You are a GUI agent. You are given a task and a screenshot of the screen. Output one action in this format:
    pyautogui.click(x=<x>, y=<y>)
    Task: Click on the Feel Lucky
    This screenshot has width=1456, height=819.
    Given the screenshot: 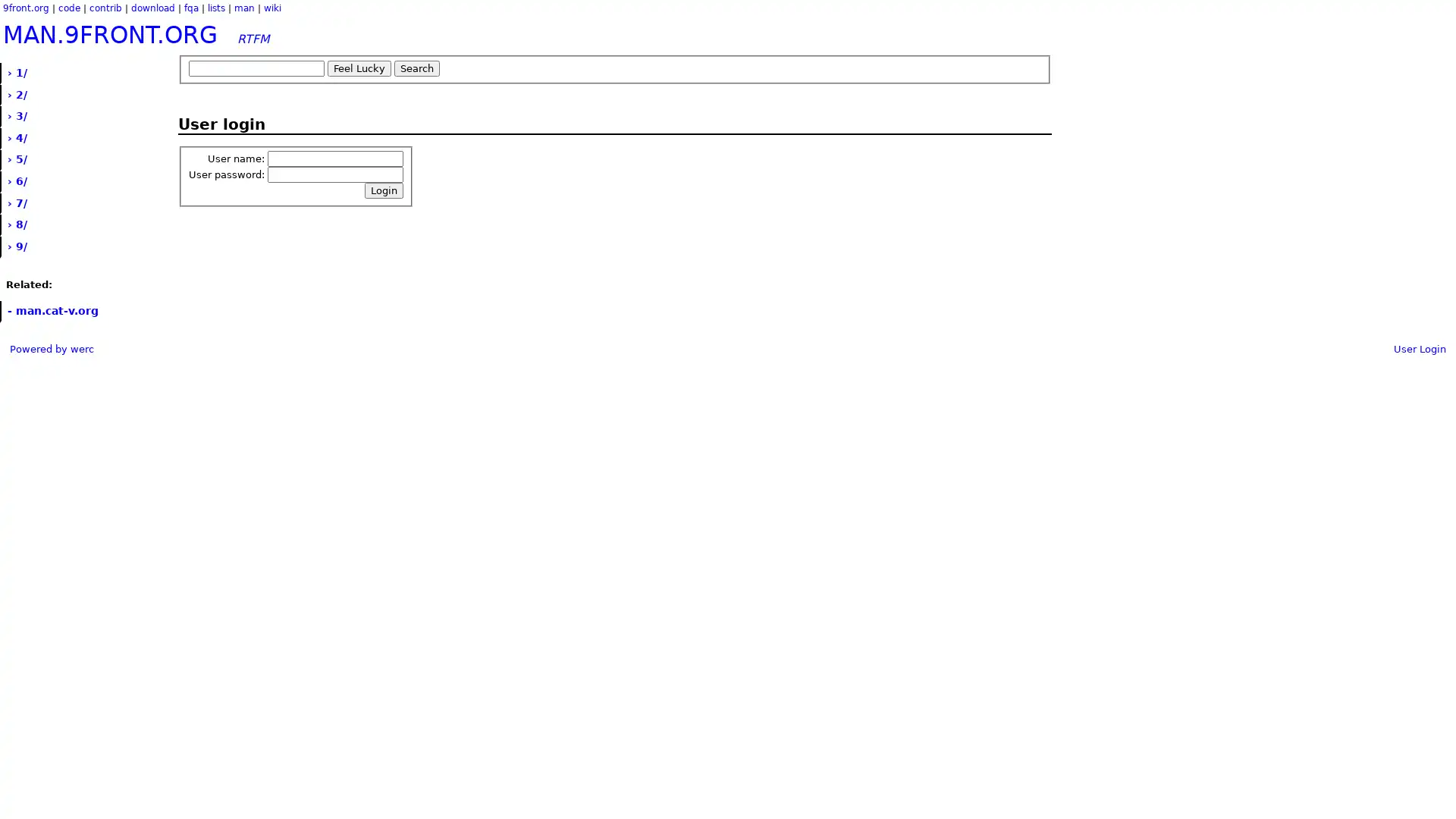 What is the action you would take?
    pyautogui.click(x=359, y=68)
    